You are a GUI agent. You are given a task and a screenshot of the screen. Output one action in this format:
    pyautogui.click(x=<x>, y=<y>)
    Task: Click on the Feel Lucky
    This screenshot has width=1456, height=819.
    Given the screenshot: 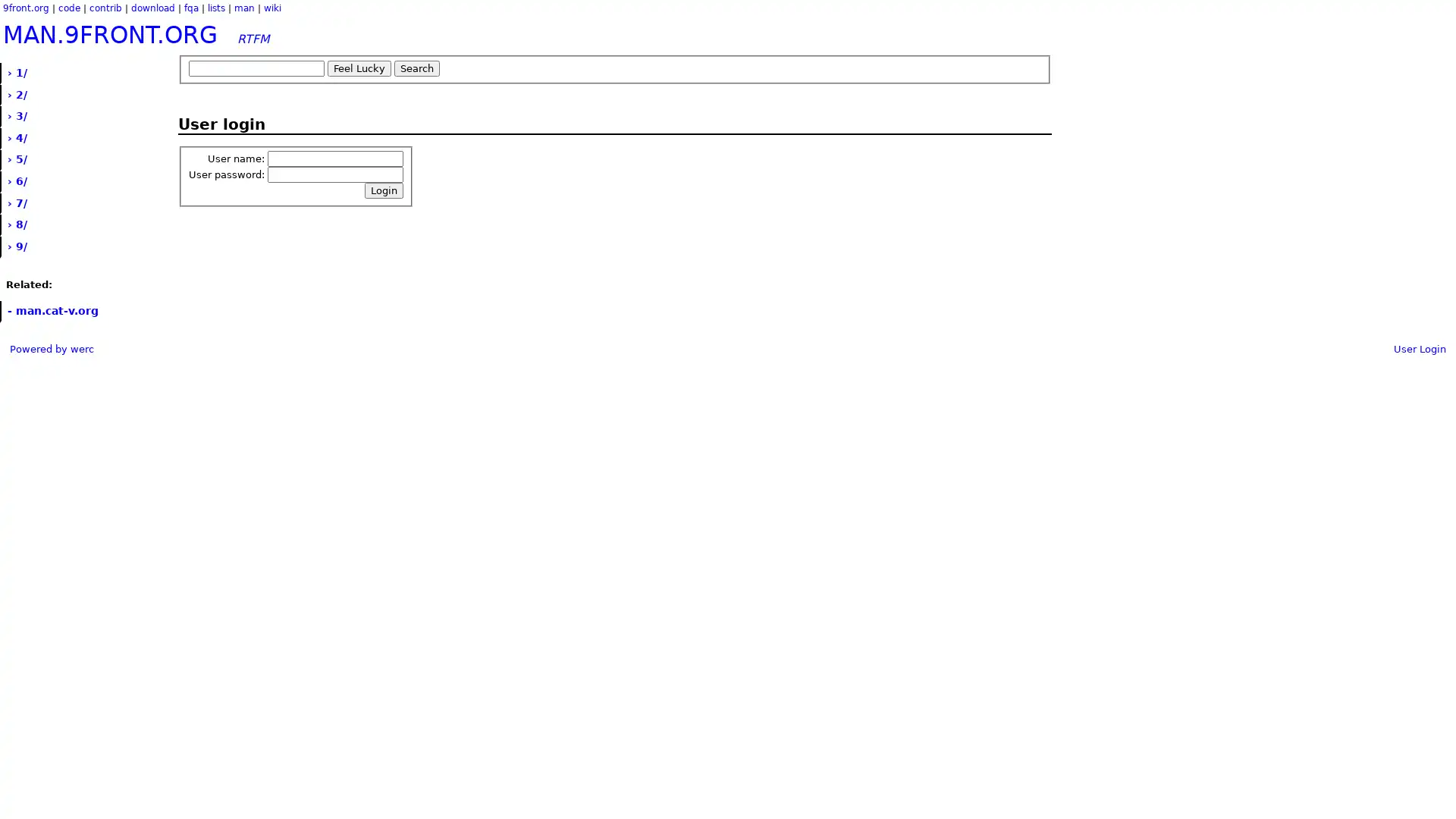 What is the action you would take?
    pyautogui.click(x=359, y=68)
    